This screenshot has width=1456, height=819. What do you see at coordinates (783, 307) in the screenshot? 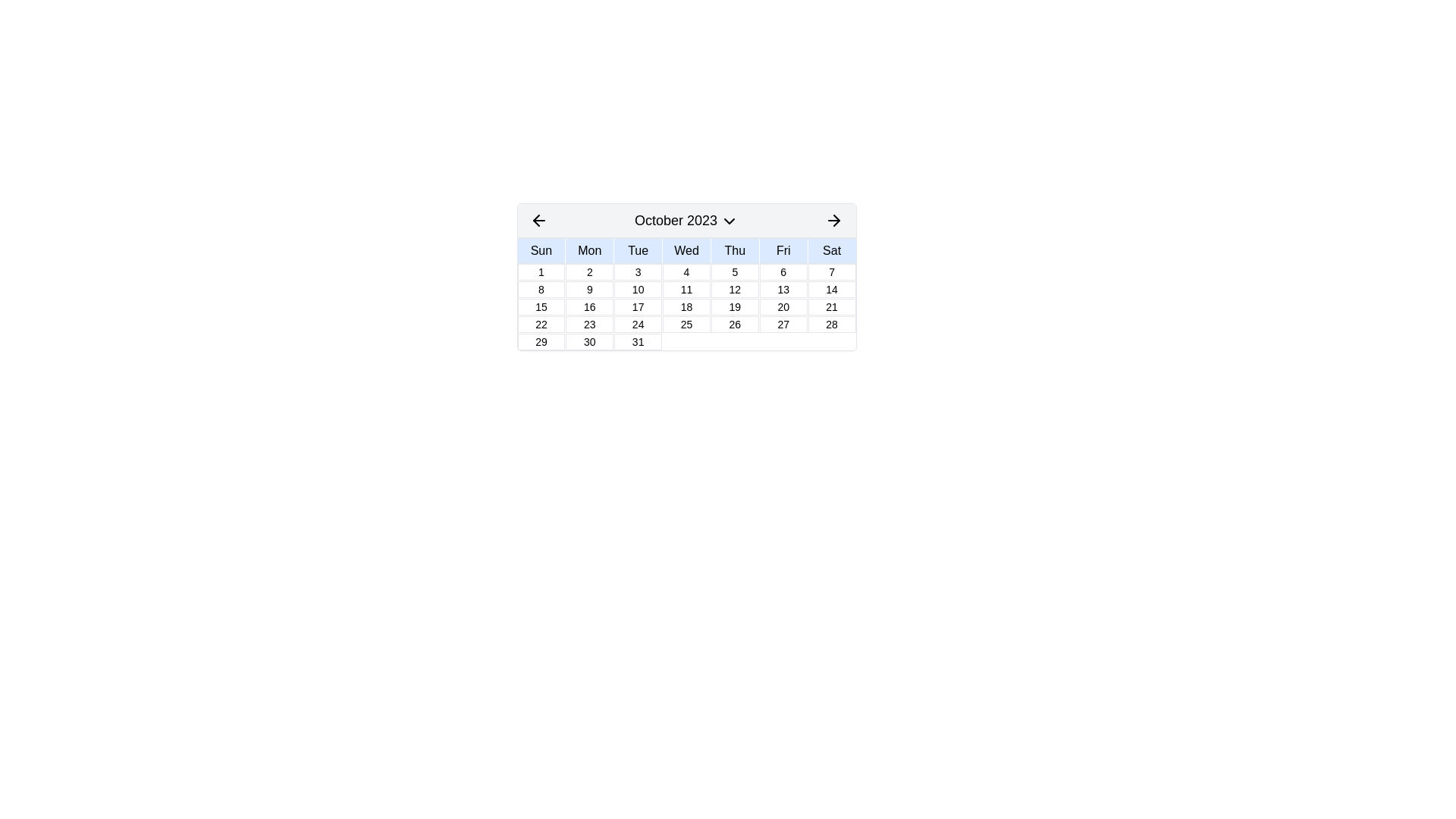
I see `the calendar cell displaying the number '20' located in the sixth column (Friday) of the row corresponding to dates 15 to 21` at bounding box center [783, 307].